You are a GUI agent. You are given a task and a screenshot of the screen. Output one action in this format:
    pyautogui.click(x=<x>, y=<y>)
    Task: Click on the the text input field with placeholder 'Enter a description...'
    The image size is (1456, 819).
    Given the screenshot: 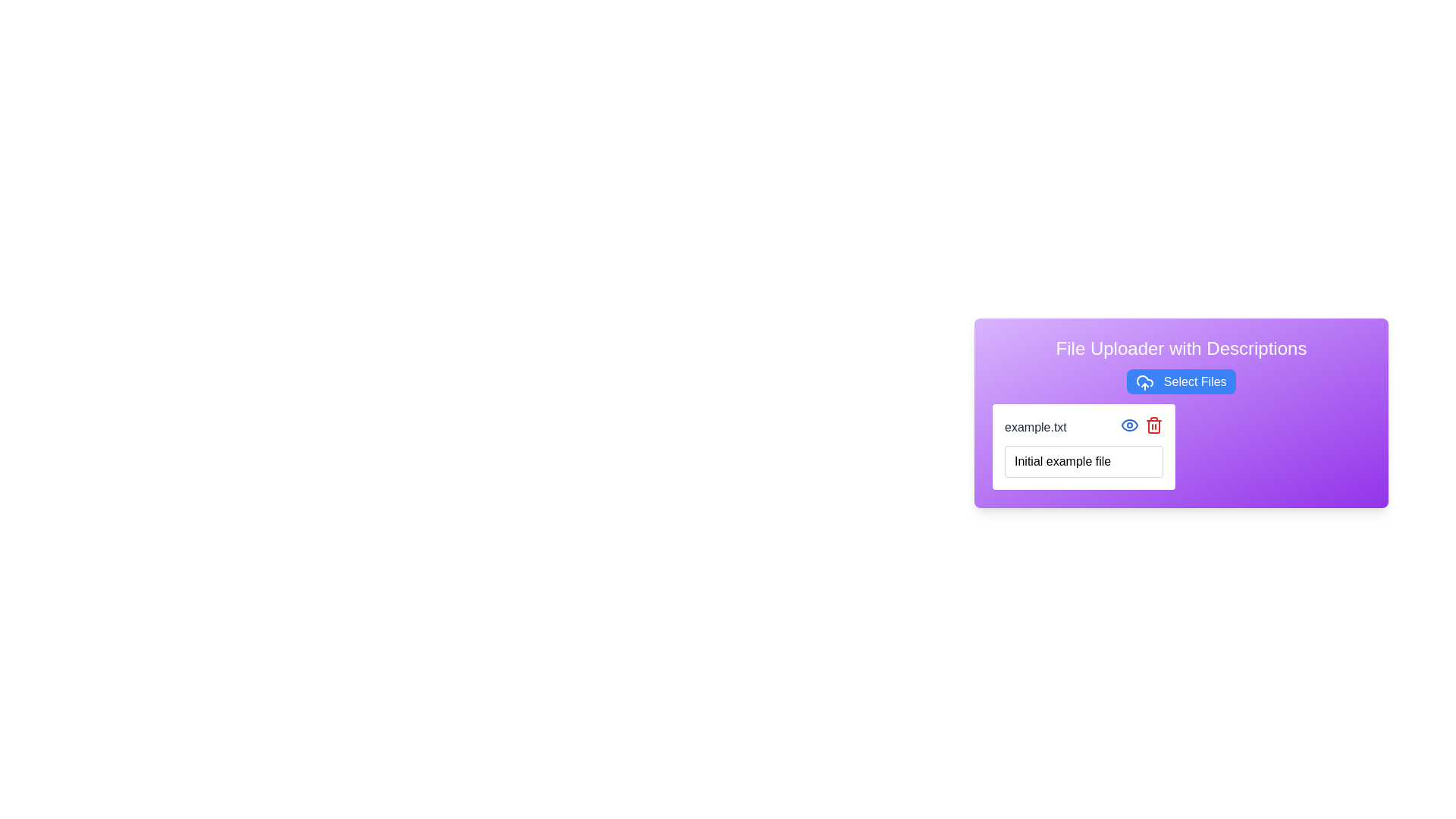 What is the action you would take?
    pyautogui.click(x=1083, y=460)
    